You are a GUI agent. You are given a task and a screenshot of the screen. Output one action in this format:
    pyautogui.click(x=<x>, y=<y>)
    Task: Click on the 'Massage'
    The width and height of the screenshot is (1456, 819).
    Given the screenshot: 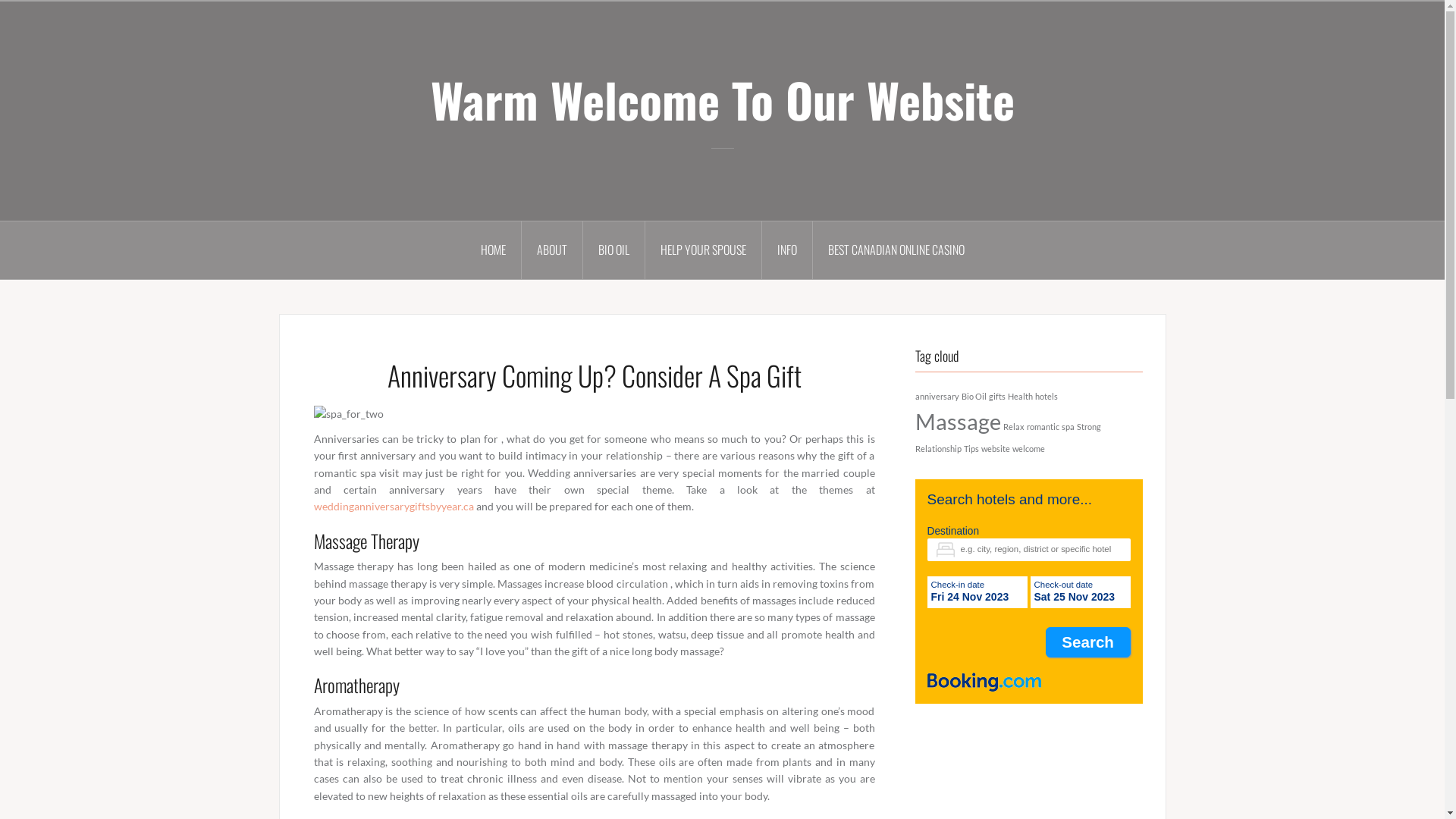 What is the action you would take?
    pyautogui.click(x=956, y=421)
    